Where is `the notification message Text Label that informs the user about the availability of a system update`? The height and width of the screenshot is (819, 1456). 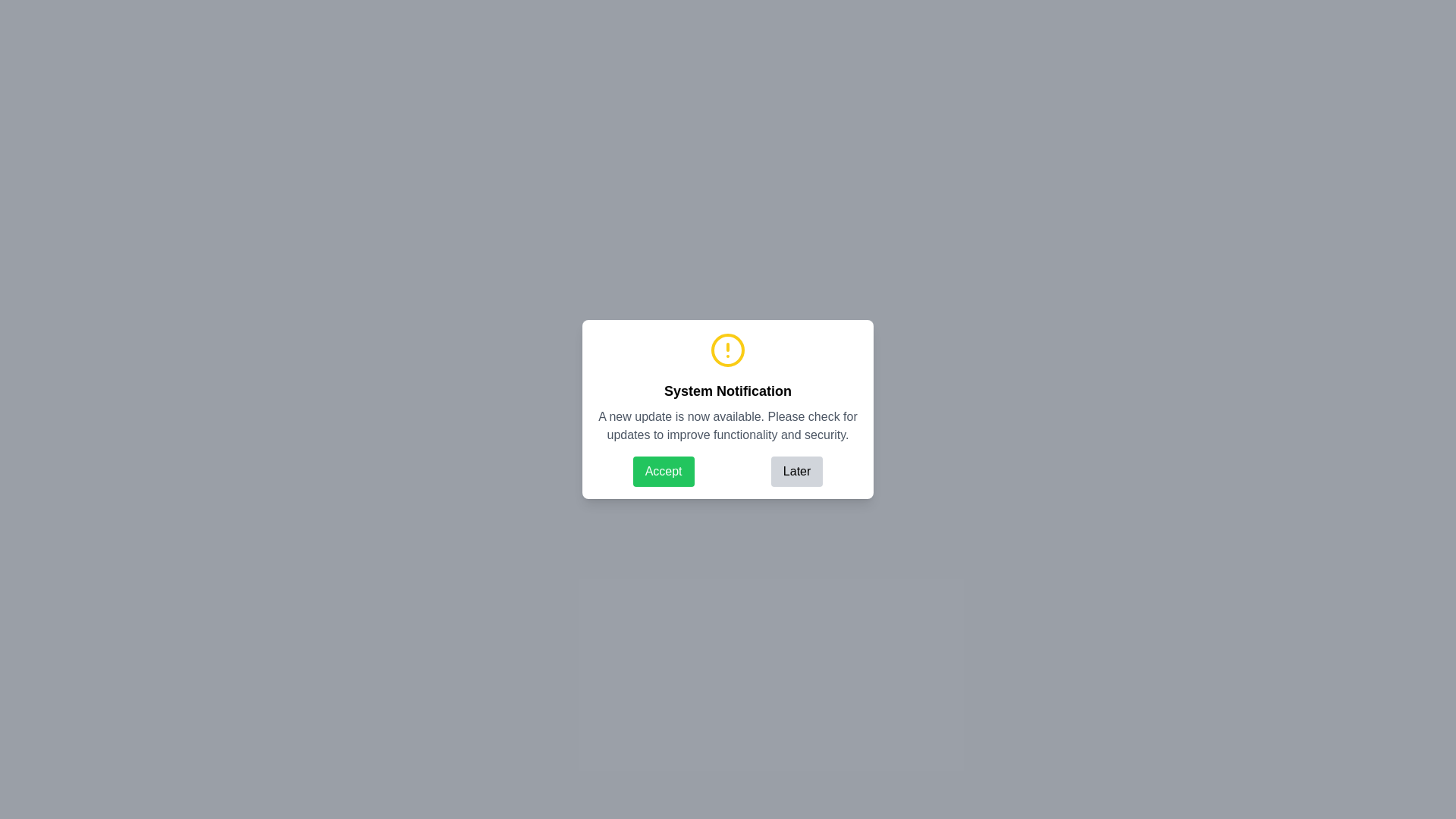 the notification message Text Label that informs the user about the availability of a system update is located at coordinates (728, 426).